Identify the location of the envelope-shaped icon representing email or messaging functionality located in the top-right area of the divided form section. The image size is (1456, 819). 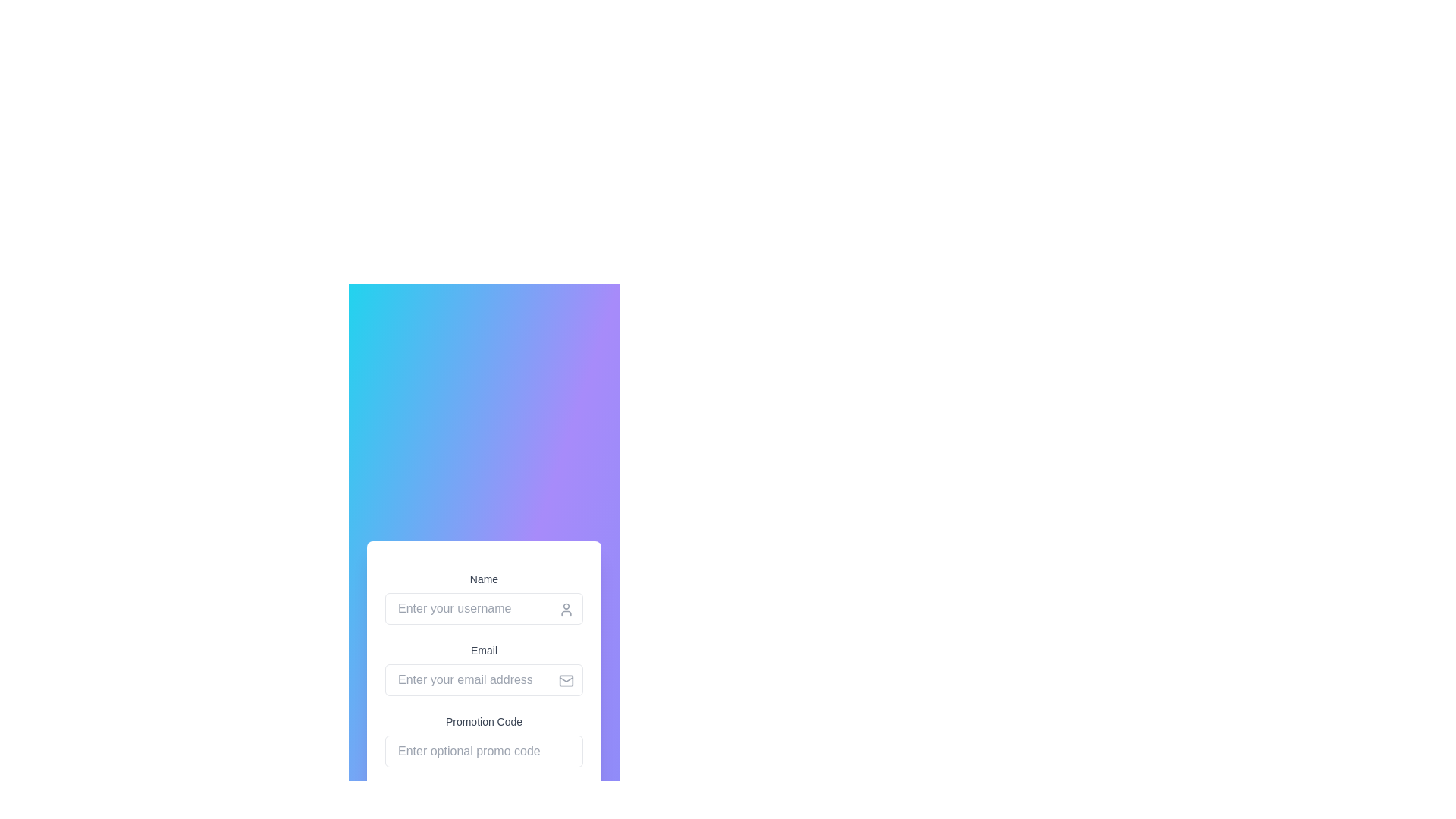
(566, 678).